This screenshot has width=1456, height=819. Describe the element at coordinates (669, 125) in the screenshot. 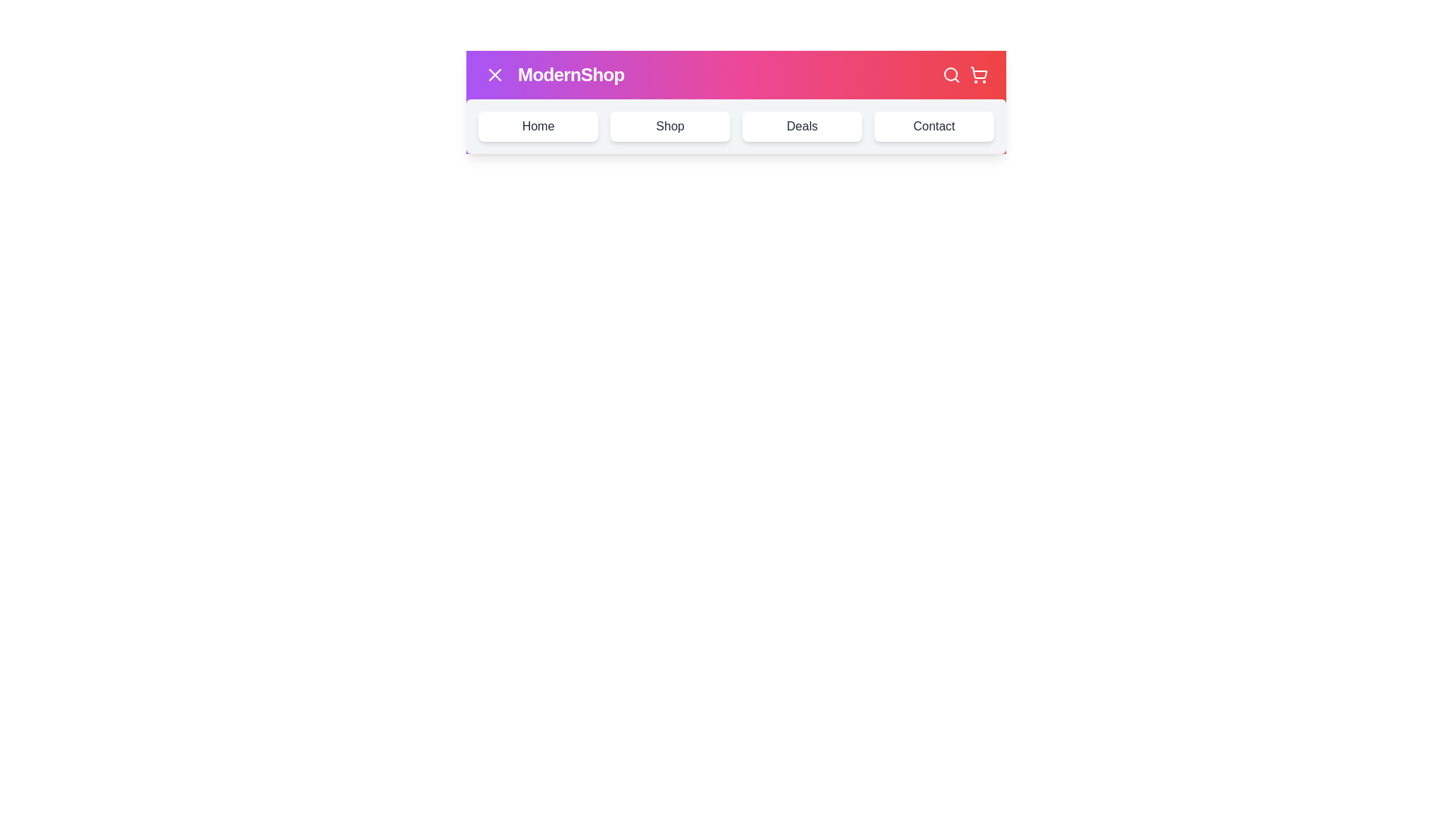

I see `the navigation link labeled Shop` at that location.